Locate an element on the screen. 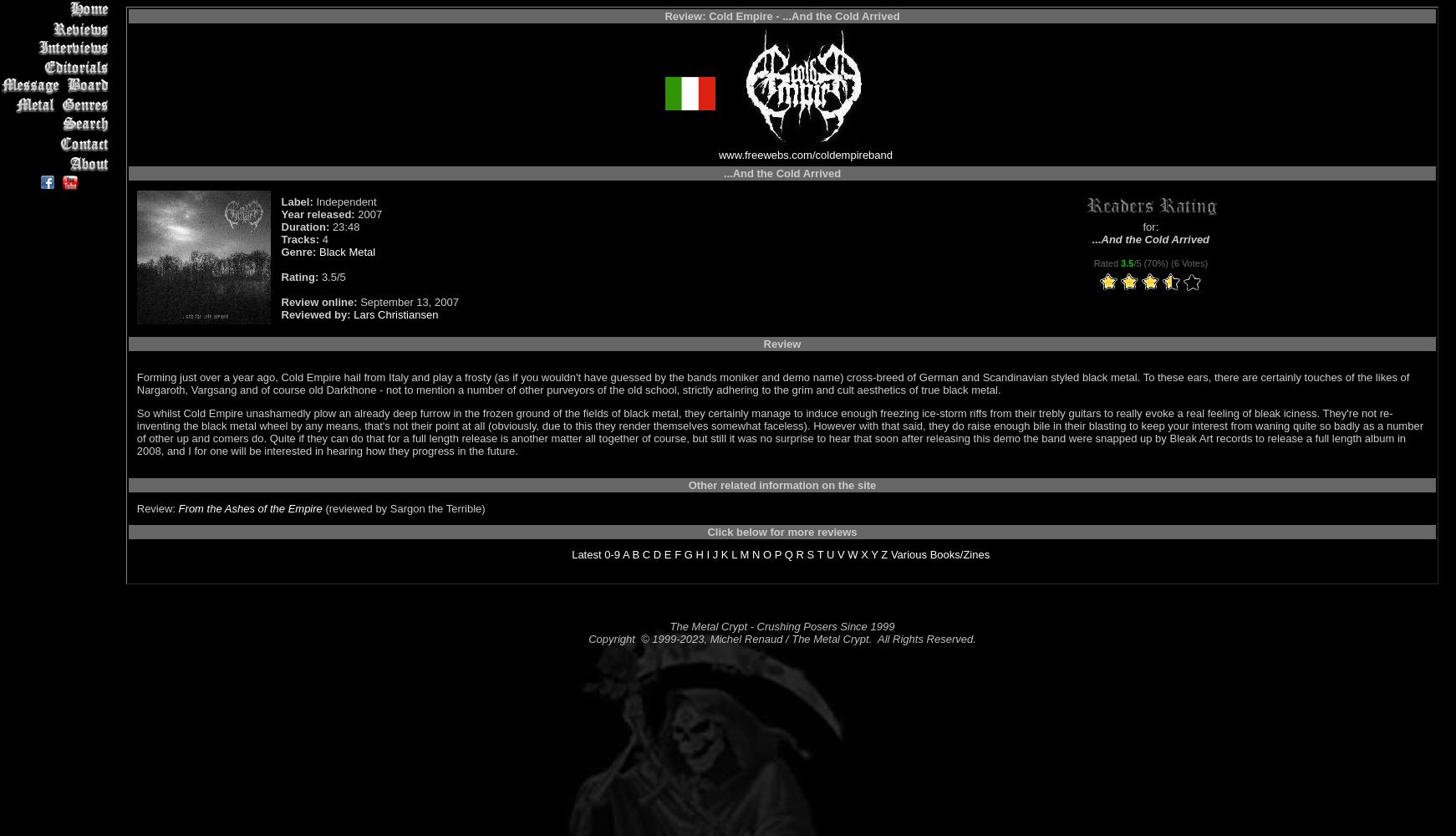 The width and height of the screenshot is (1456, 836). 'September 13, 2007' is located at coordinates (407, 301).